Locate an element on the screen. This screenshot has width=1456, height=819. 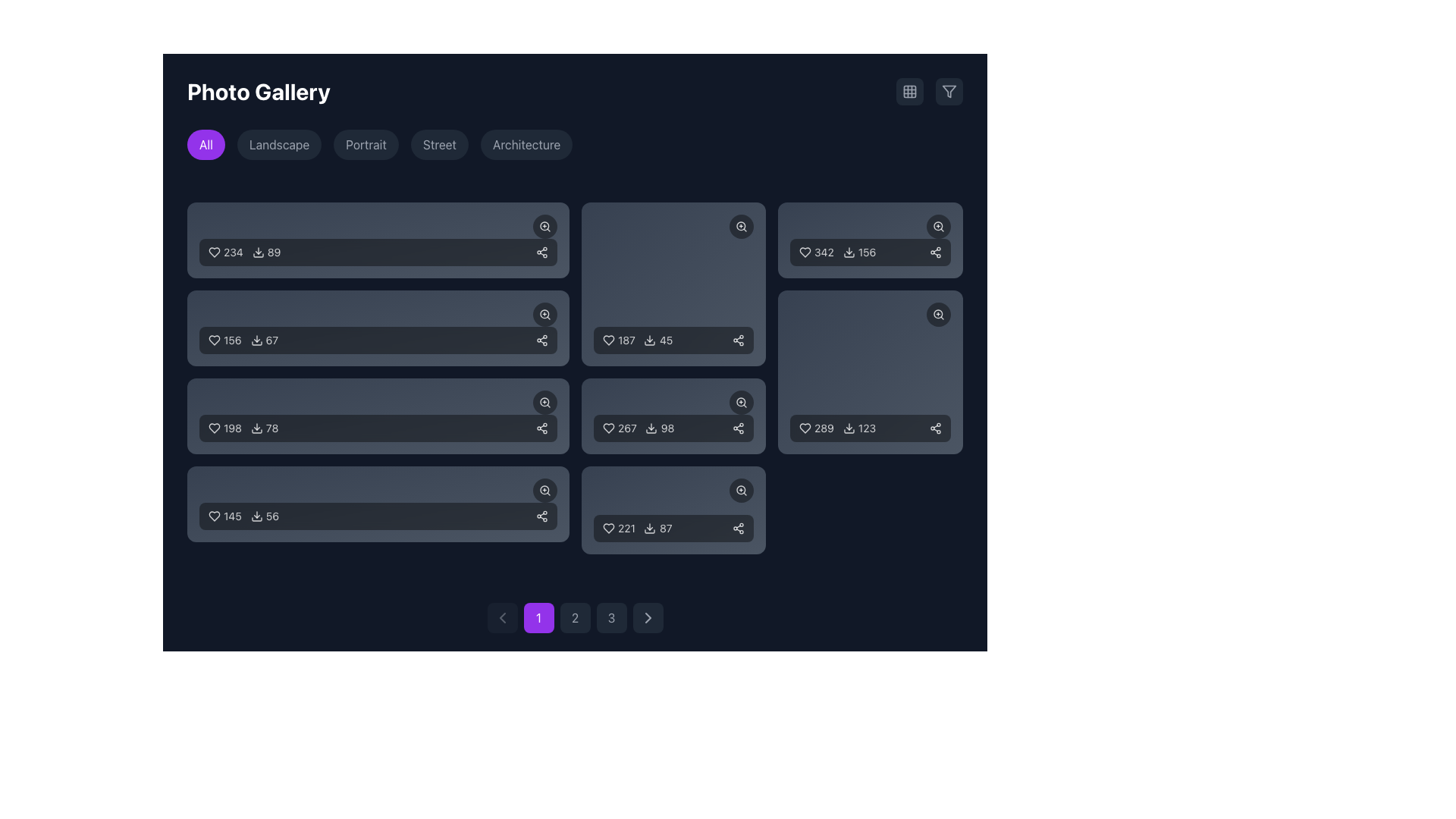
the clickable counter UI element located at the bottom-right section of the card to interact with it and potentially add or view likes is located at coordinates (815, 428).